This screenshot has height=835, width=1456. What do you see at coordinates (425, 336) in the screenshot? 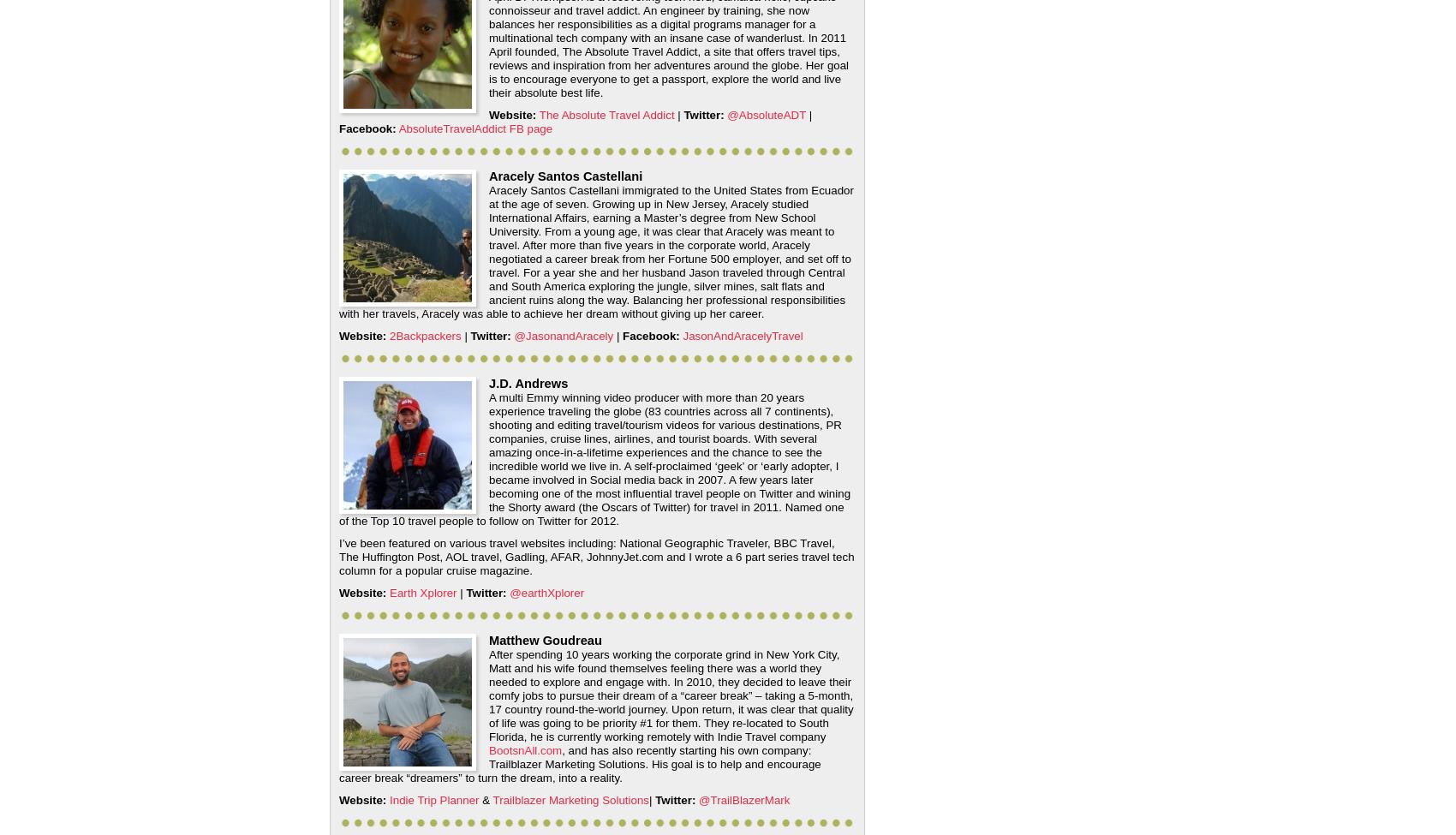
I see `'2Backpackers'` at bounding box center [425, 336].